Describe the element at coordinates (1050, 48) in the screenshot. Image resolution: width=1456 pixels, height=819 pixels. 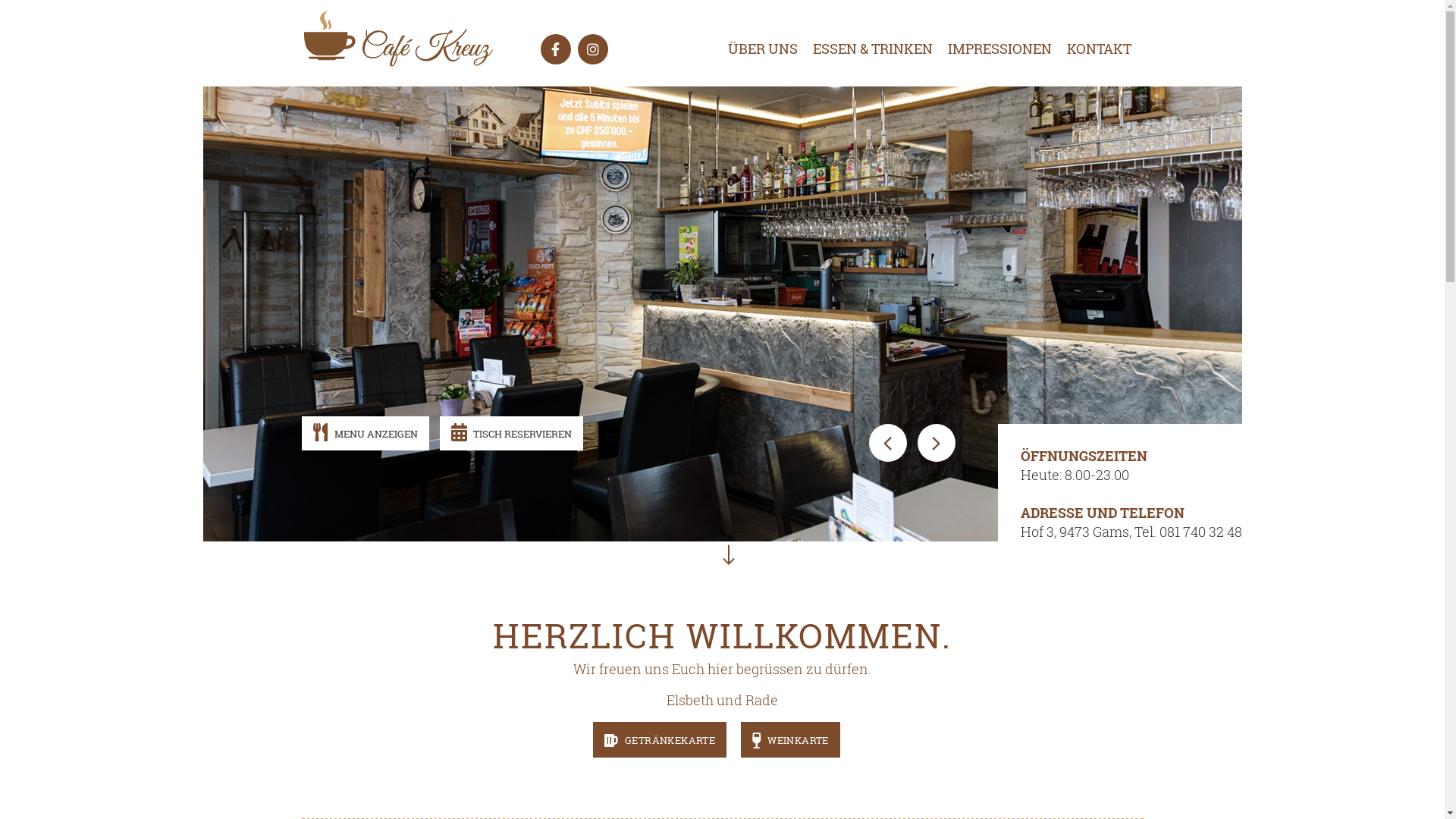
I see `'KONTAKT'` at that location.